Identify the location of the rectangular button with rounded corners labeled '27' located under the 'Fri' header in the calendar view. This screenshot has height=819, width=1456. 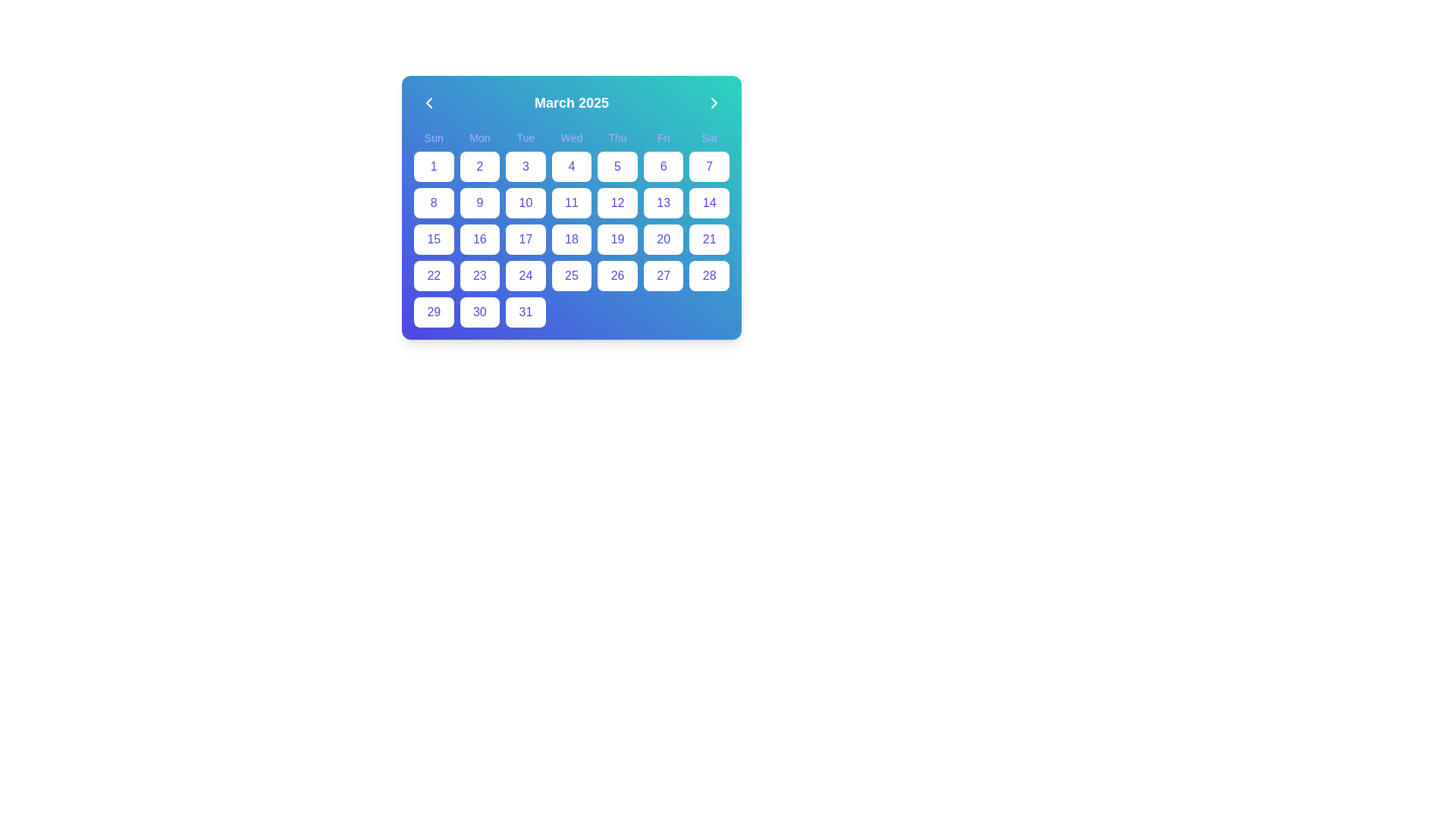
(664, 275).